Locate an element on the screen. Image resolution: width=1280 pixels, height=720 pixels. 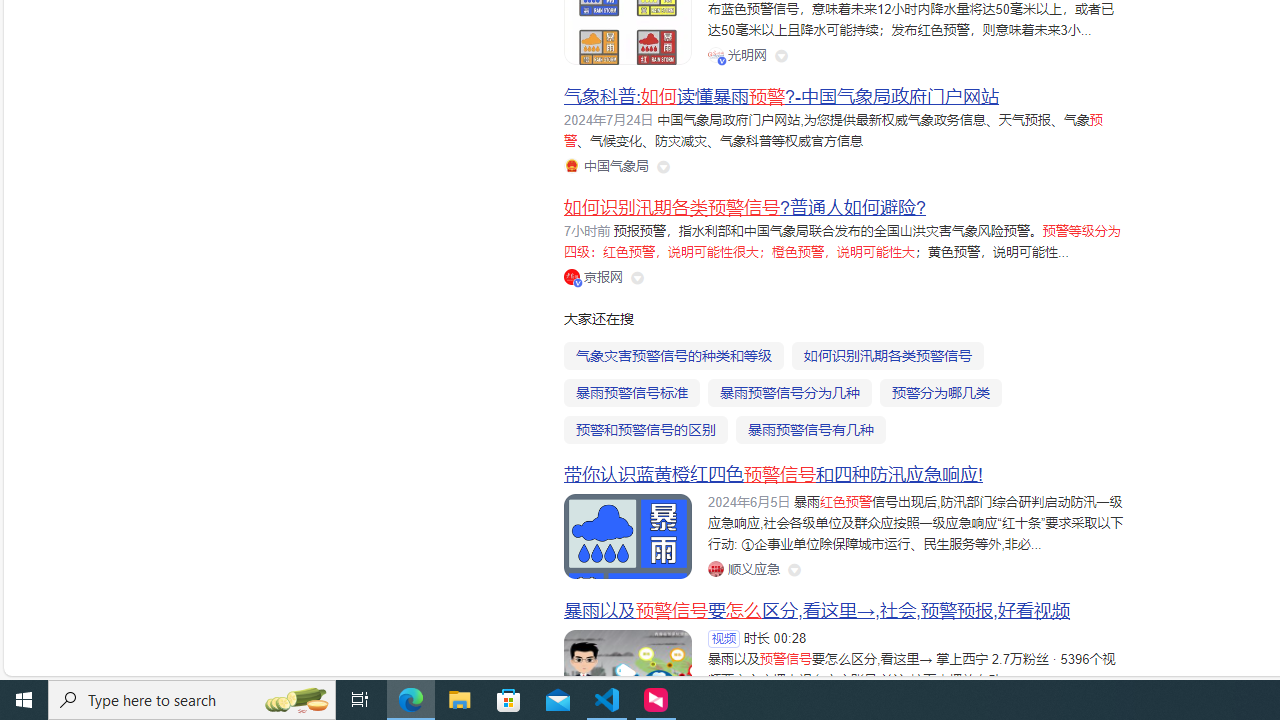
'Class: vip-icon_kNmNt' is located at coordinates (576, 282).